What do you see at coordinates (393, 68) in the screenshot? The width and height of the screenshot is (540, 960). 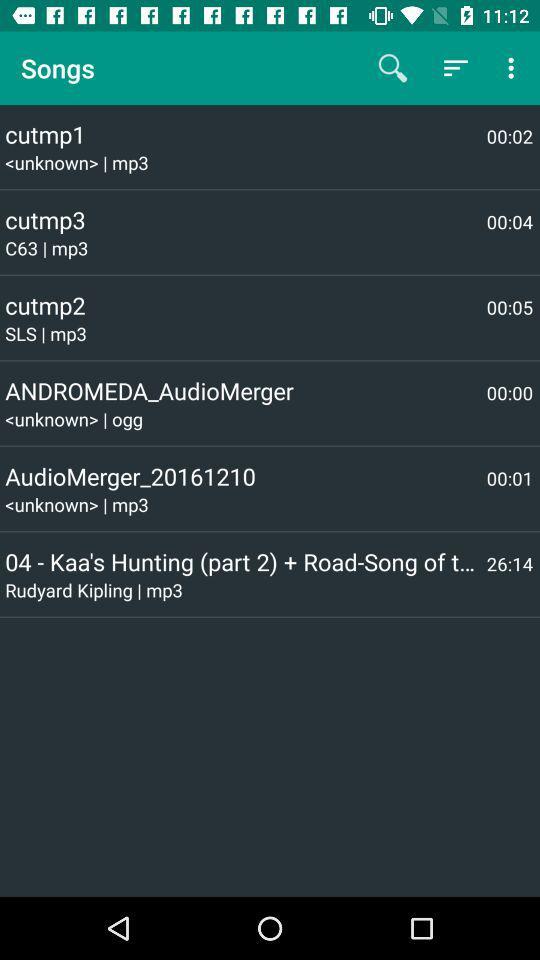 I see `the item above the cutmp1 item` at bounding box center [393, 68].